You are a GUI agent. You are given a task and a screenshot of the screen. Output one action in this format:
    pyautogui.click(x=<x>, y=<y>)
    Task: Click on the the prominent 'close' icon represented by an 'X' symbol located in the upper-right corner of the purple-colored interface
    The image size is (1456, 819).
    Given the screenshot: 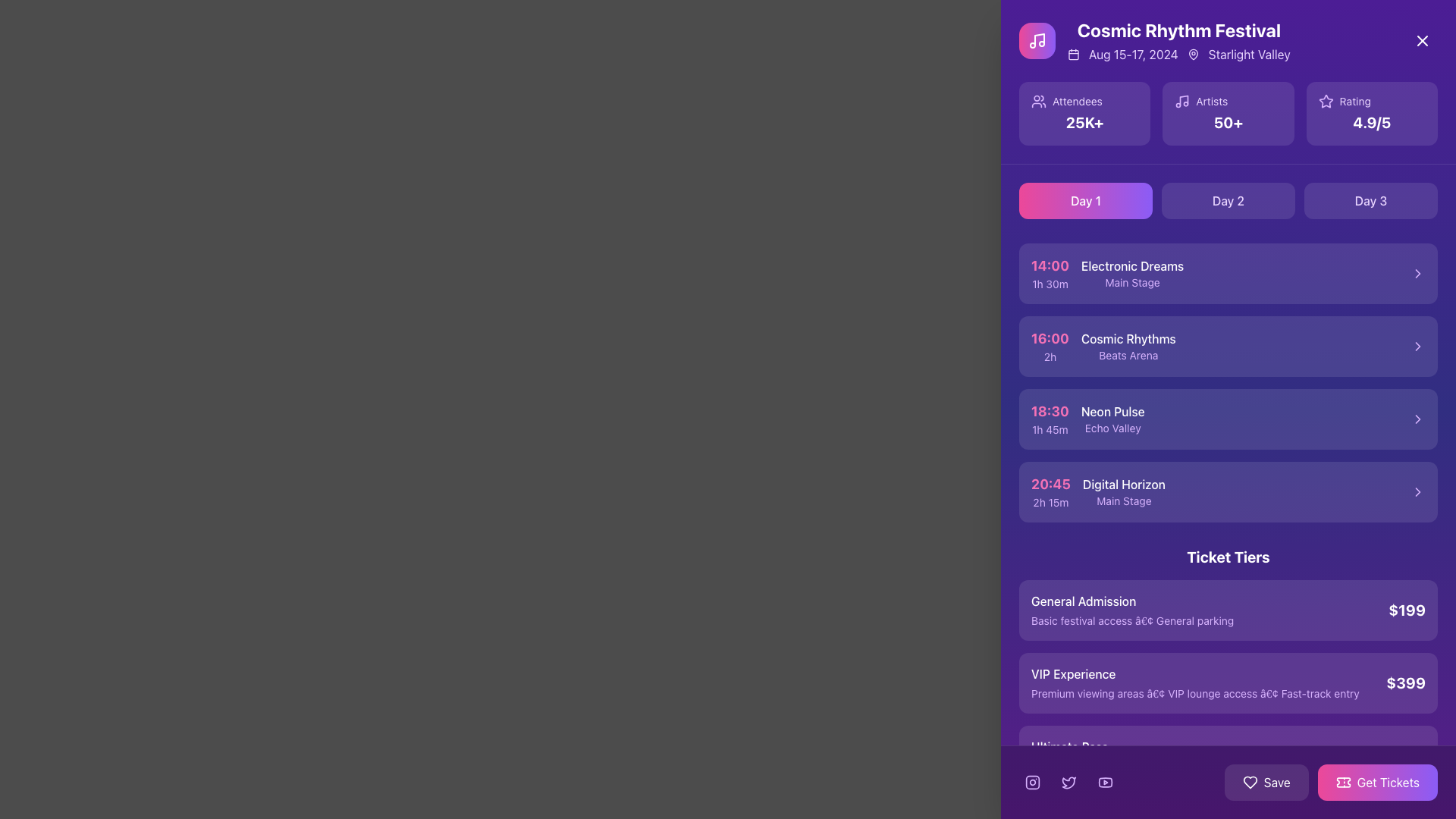 What is the action you would take?
    pyautogui.click(x=1422, y=40)
    